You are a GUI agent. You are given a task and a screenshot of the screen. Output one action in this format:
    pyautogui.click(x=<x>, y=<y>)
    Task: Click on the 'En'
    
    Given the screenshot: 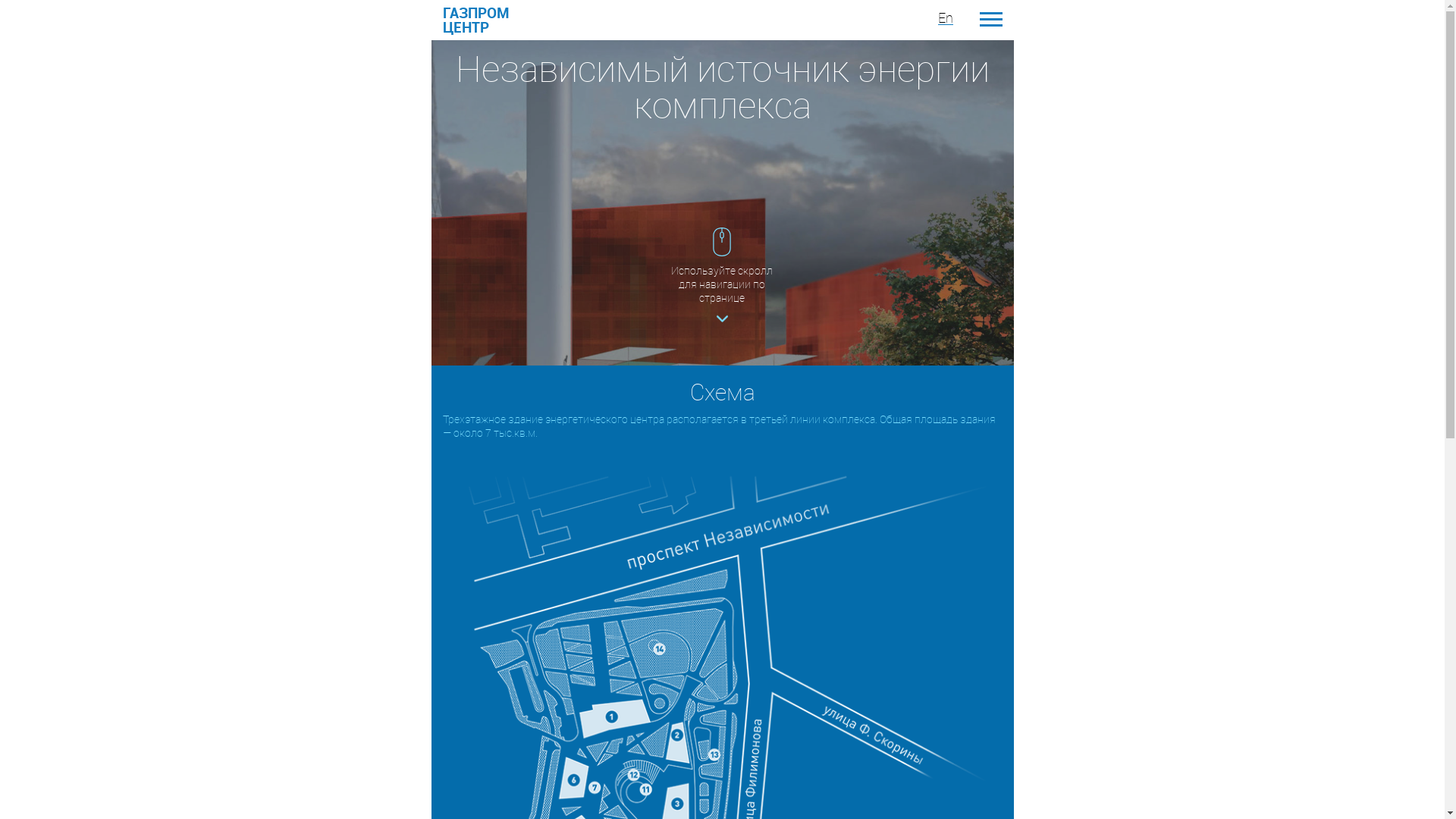 What is the action you would take?
    pyautogui.click(x=944, y=17)
    